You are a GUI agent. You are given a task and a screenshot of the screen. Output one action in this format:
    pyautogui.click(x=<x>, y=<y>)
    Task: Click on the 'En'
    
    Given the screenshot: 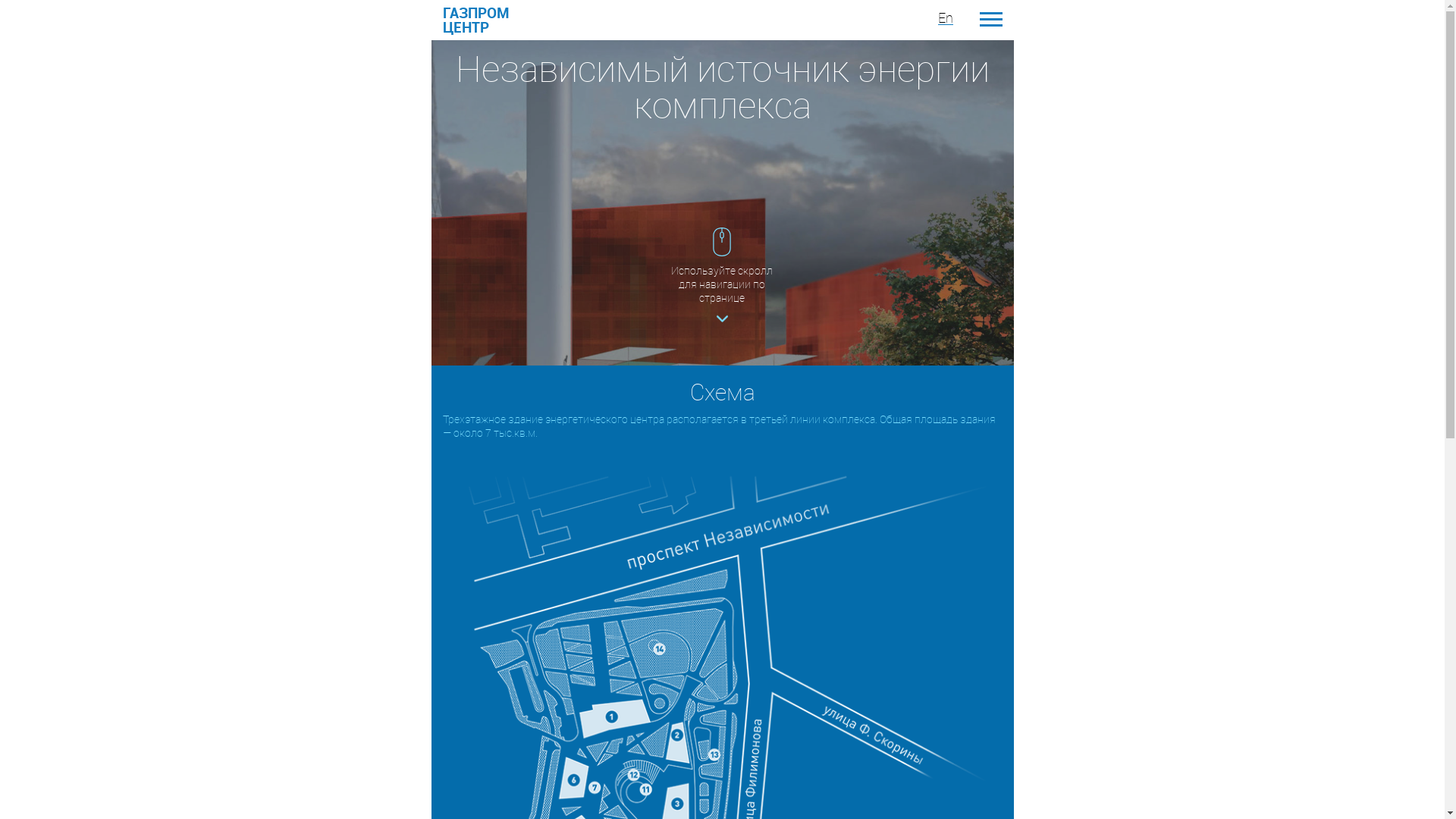 What is the action you would take?
    pyautogui.click(x=944, y=17)
    